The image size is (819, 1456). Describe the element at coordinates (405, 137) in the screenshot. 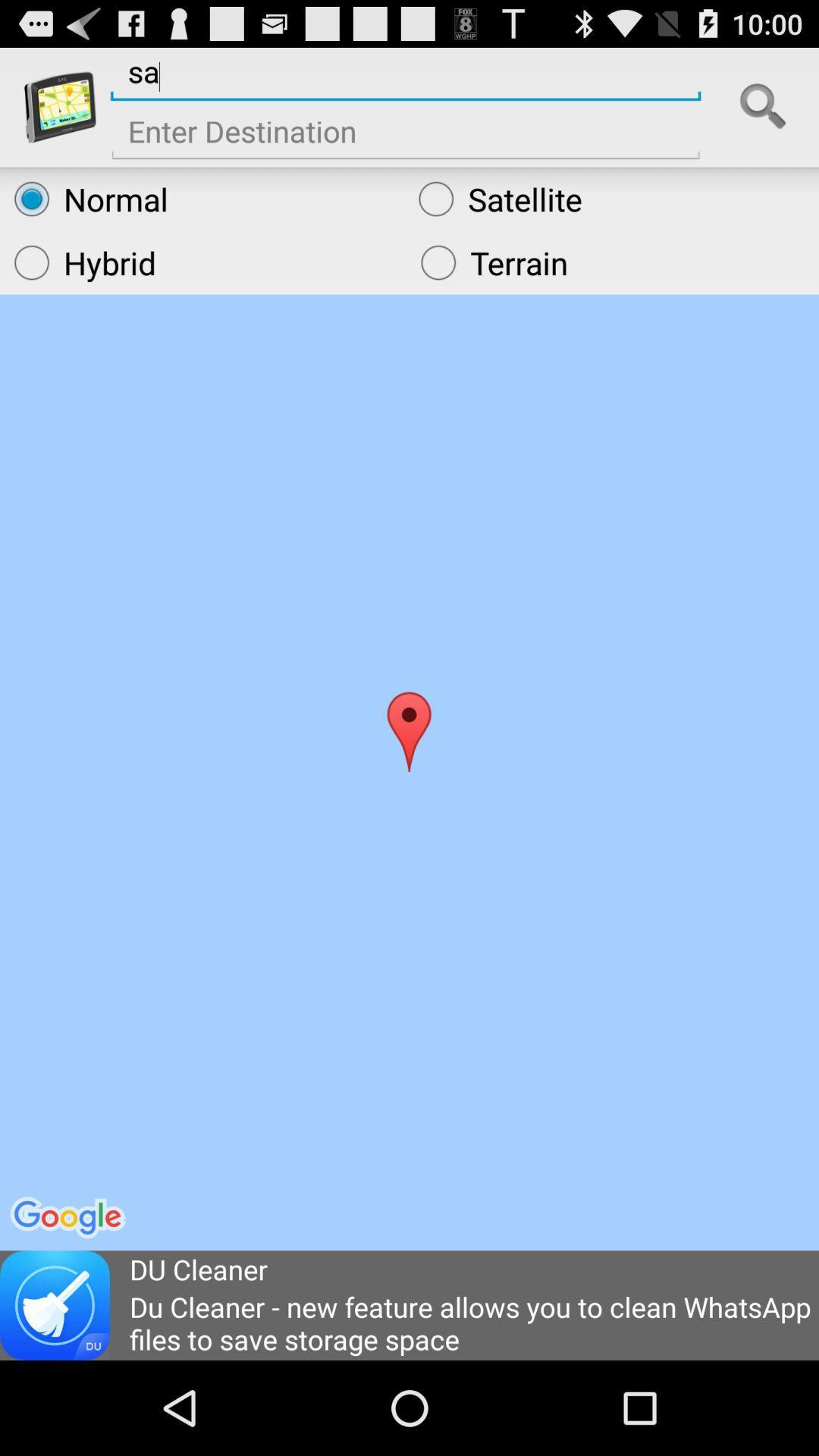

I see `destination` at that location.